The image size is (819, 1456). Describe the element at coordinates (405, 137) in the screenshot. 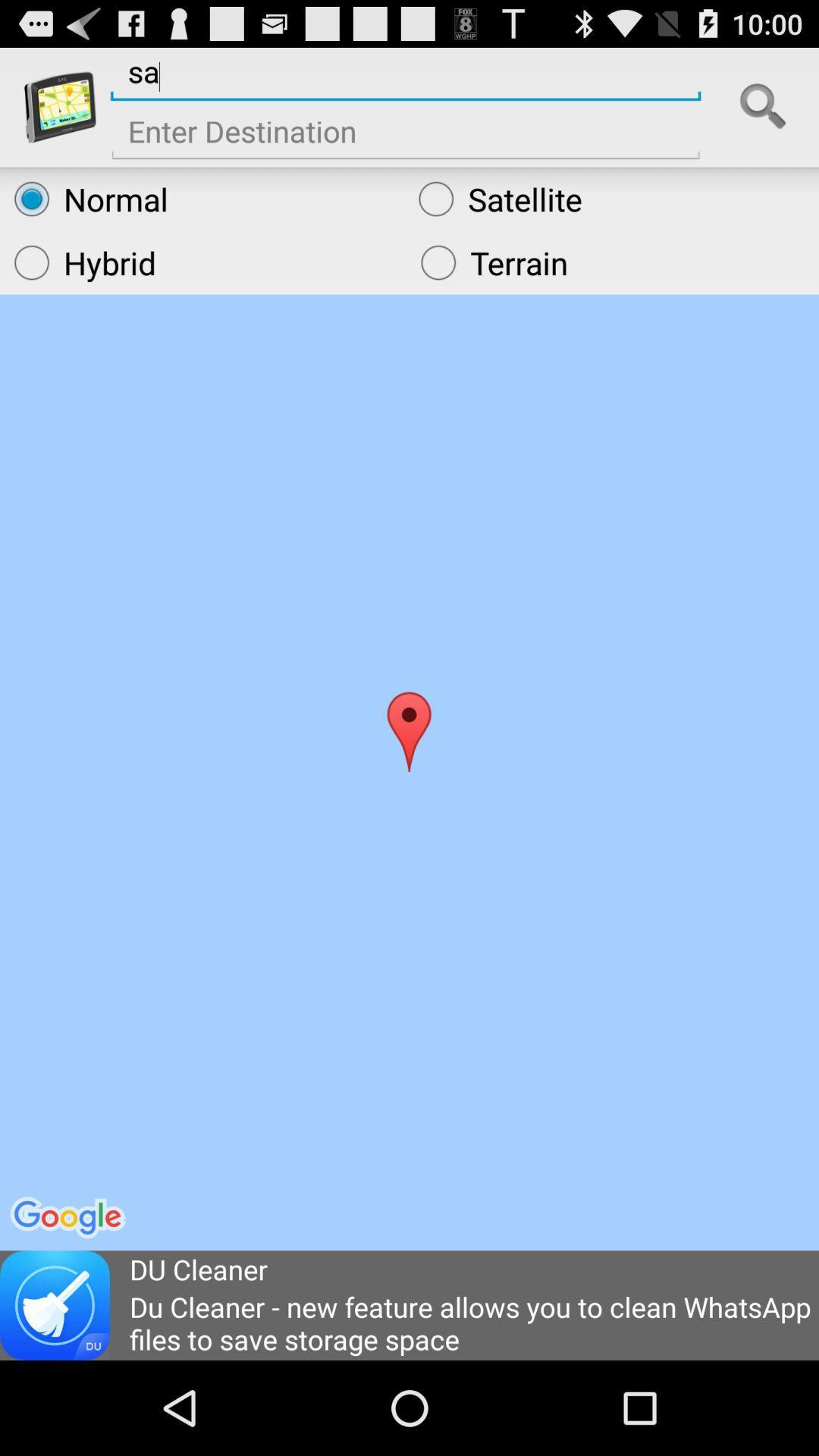

I see `destination` at that location.